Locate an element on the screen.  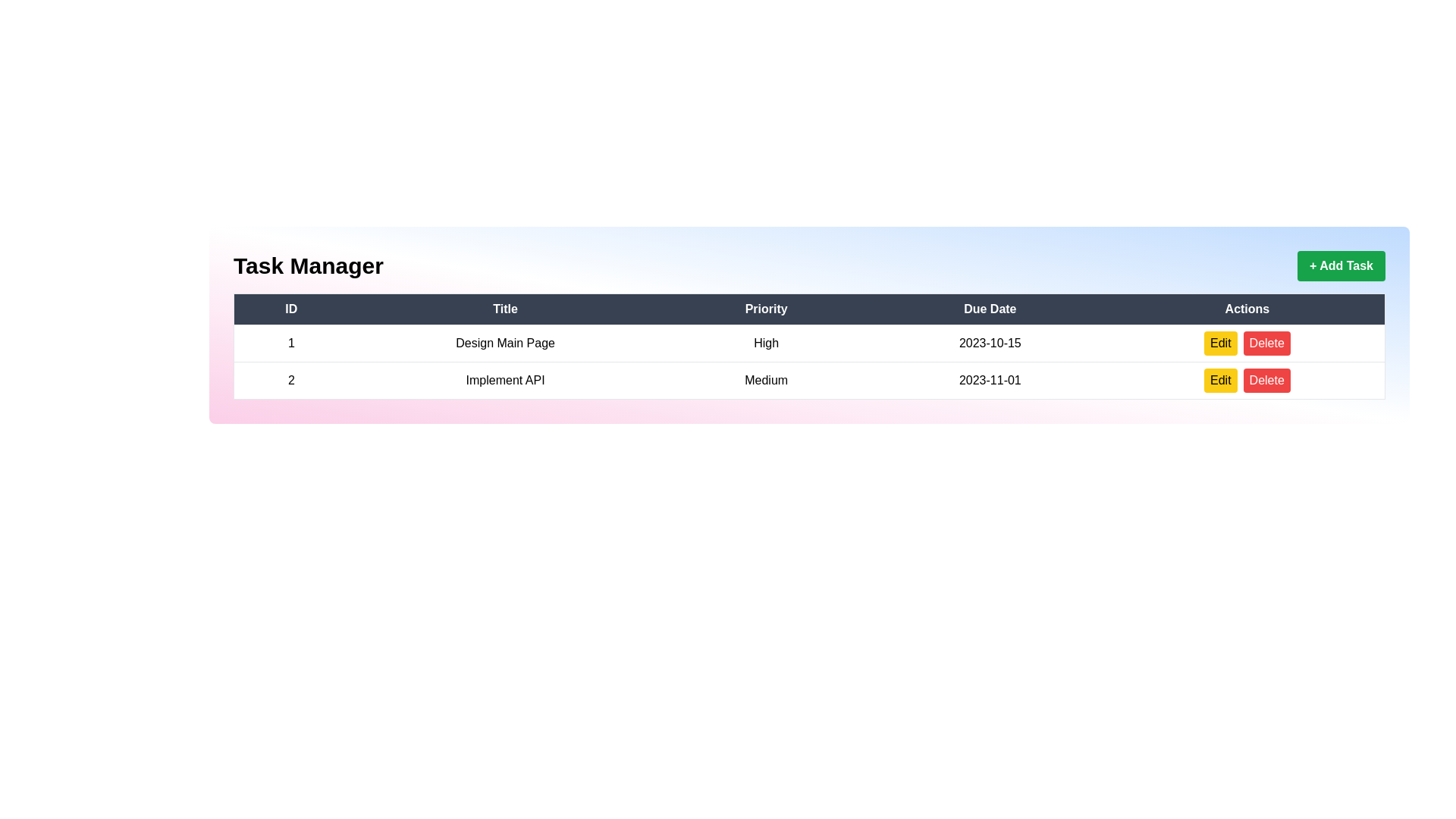
the 'High' priority text label in the 'Priority' column of the task 'Design Main Page' is located at coordinates (766, 343).